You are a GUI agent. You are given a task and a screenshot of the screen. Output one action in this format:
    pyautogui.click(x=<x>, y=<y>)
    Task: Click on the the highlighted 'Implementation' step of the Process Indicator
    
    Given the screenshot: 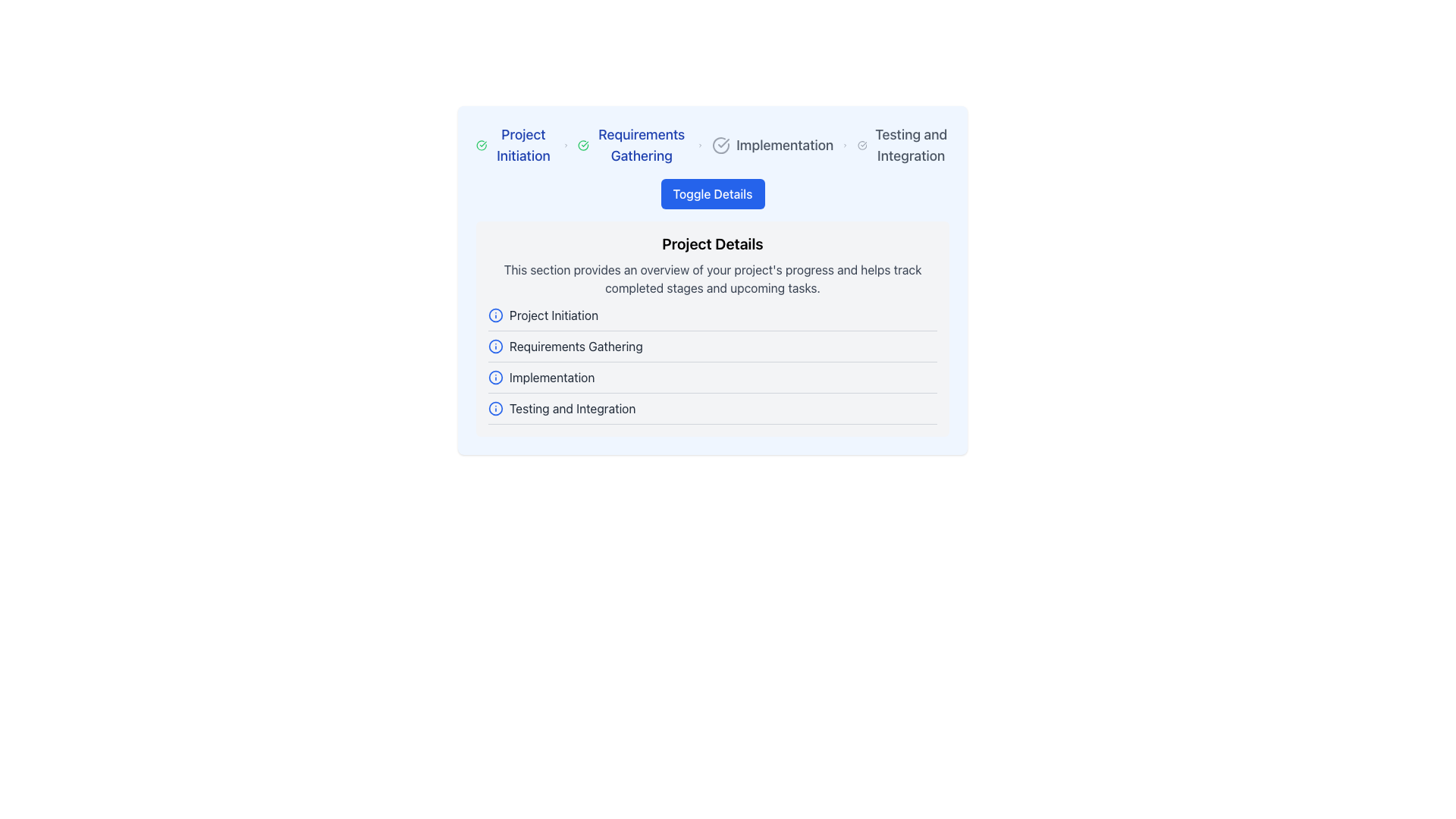 What is the action you would take?
    pyautogui.click(x=712, y=146)
    